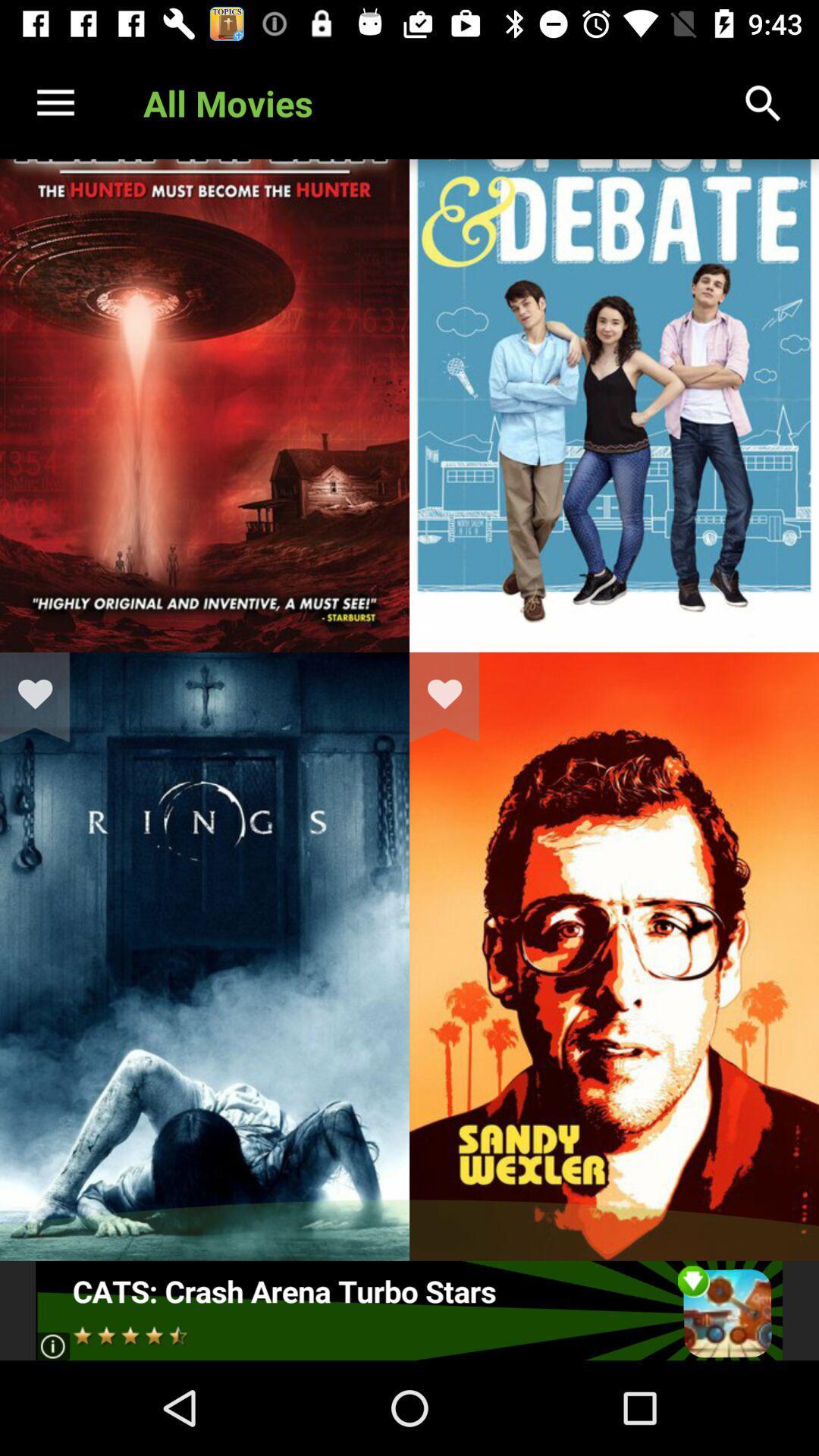  What do you see at coordinates (55, 102) in the screenshot?
I see `the item to the left of the all movies icon` at bounding box center [55, 102].